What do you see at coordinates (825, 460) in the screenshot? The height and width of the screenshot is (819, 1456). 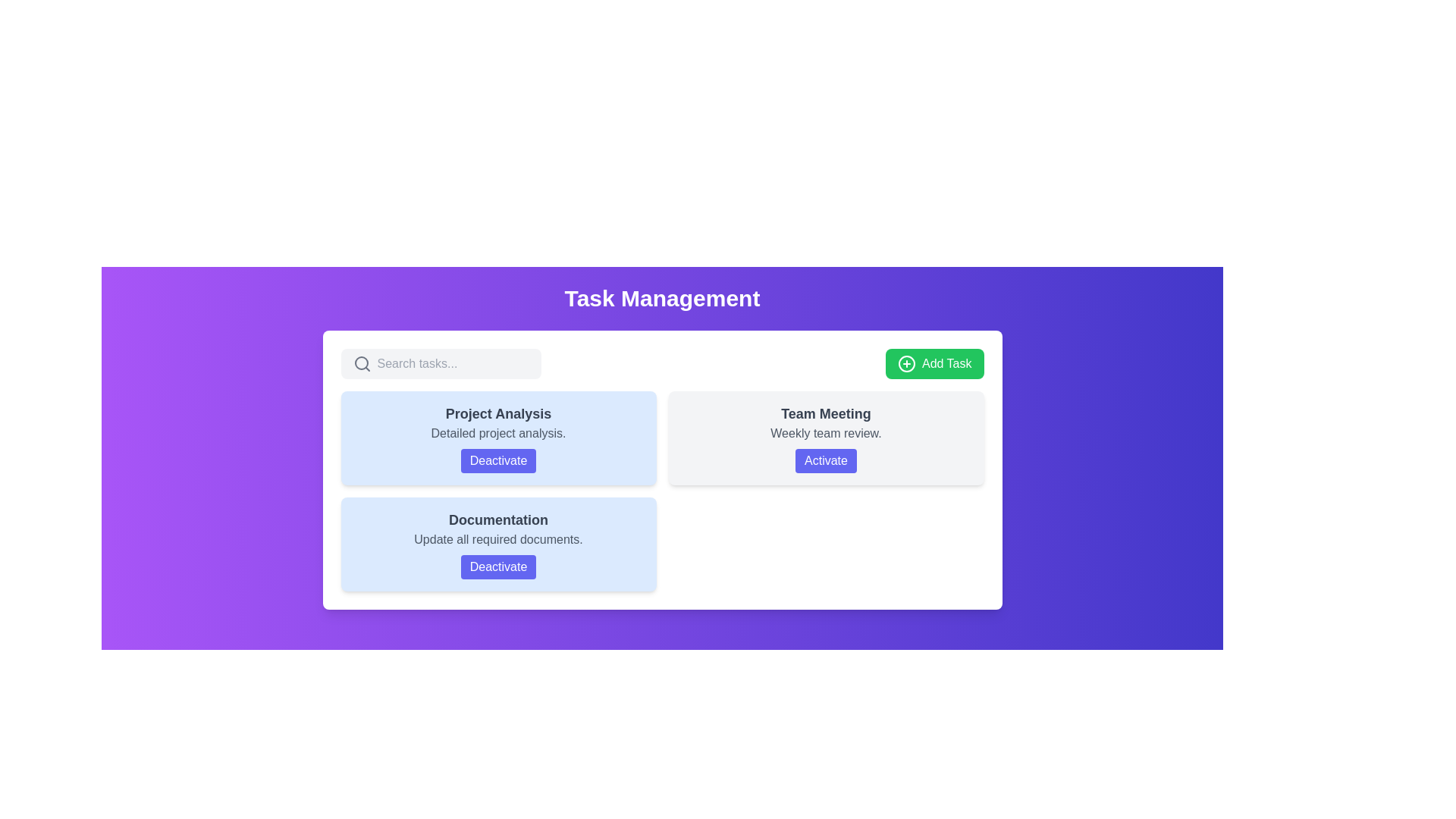 I see `the rectangular button with rounded corners and vibrant indigo background labeled 'Activate' located at the bottom of the 'Team Meeting' card` at bounding box center [825, 460].